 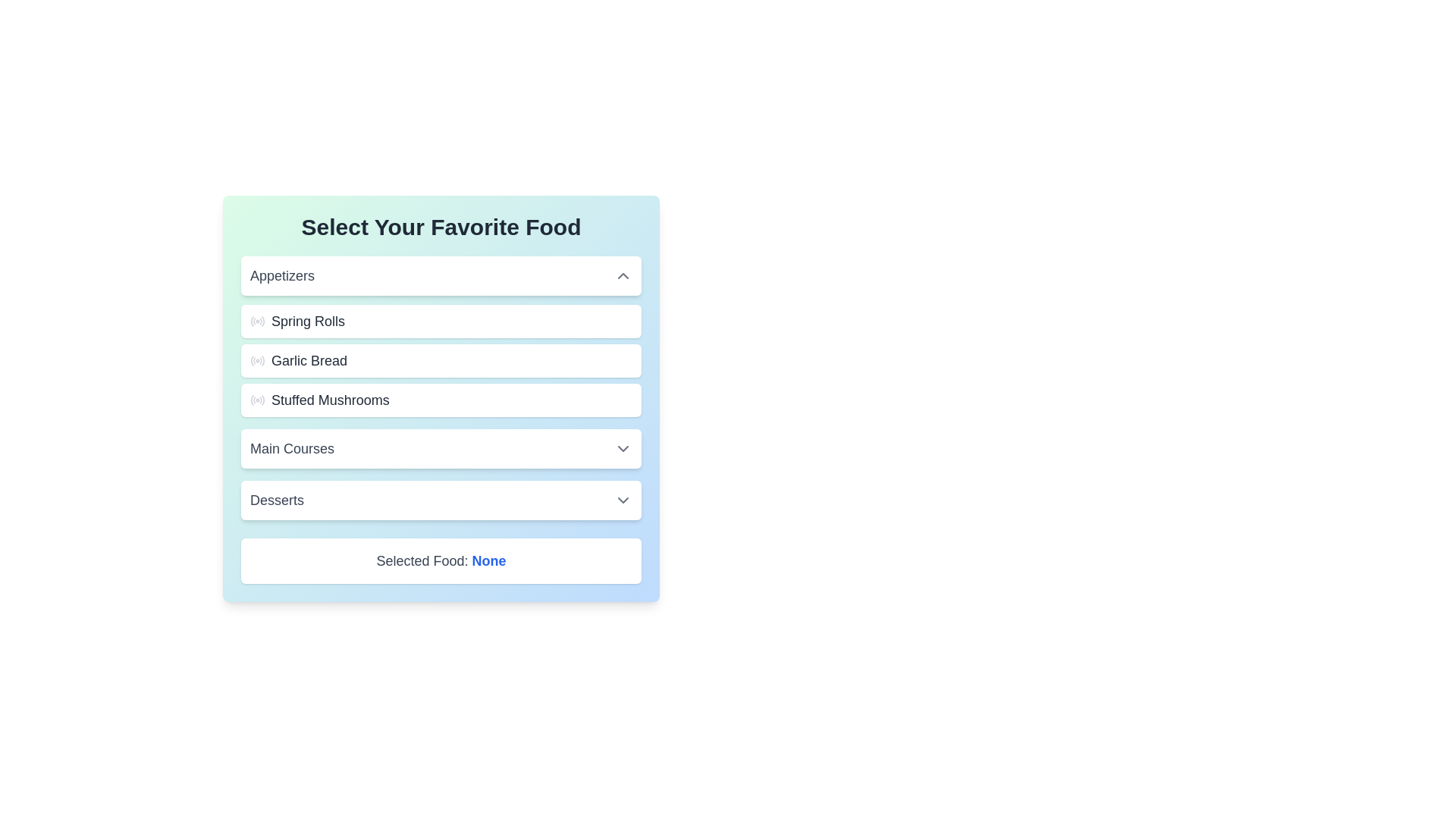 What do you see at coordinates (277, 500) in the screenshot?
I see `the left-aligned text label within the white rectangular box in the food selection UI, located towards the bottom of the vertical menu` at bounding box center [277, 500].